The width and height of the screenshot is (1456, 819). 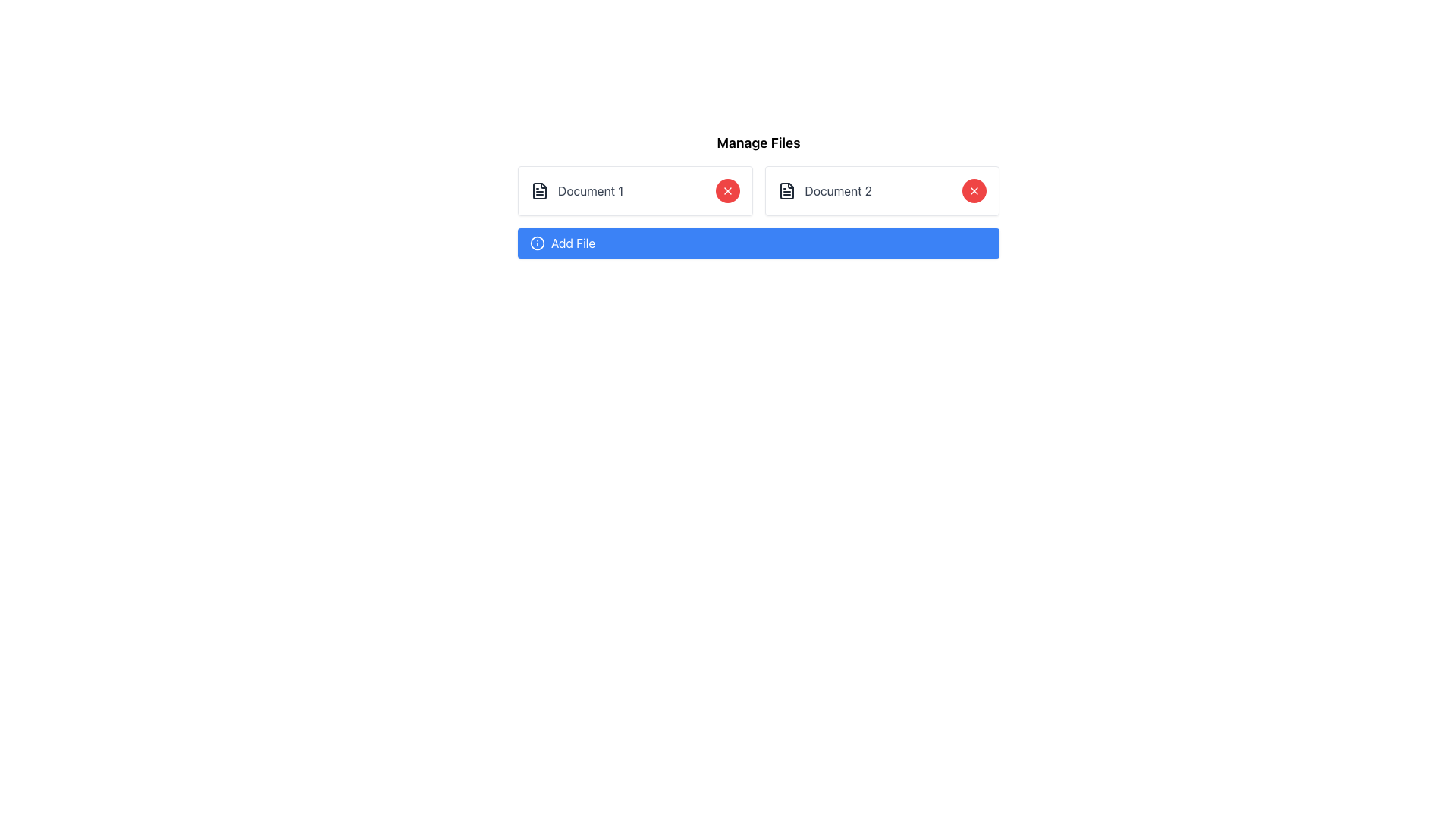 What do you see at coordinates (539, 190) in the screenshot?
I see `the file or document icon located inside the 'Document 1' card, positioned in the left segment of the card` at bounding box center [539, 190].